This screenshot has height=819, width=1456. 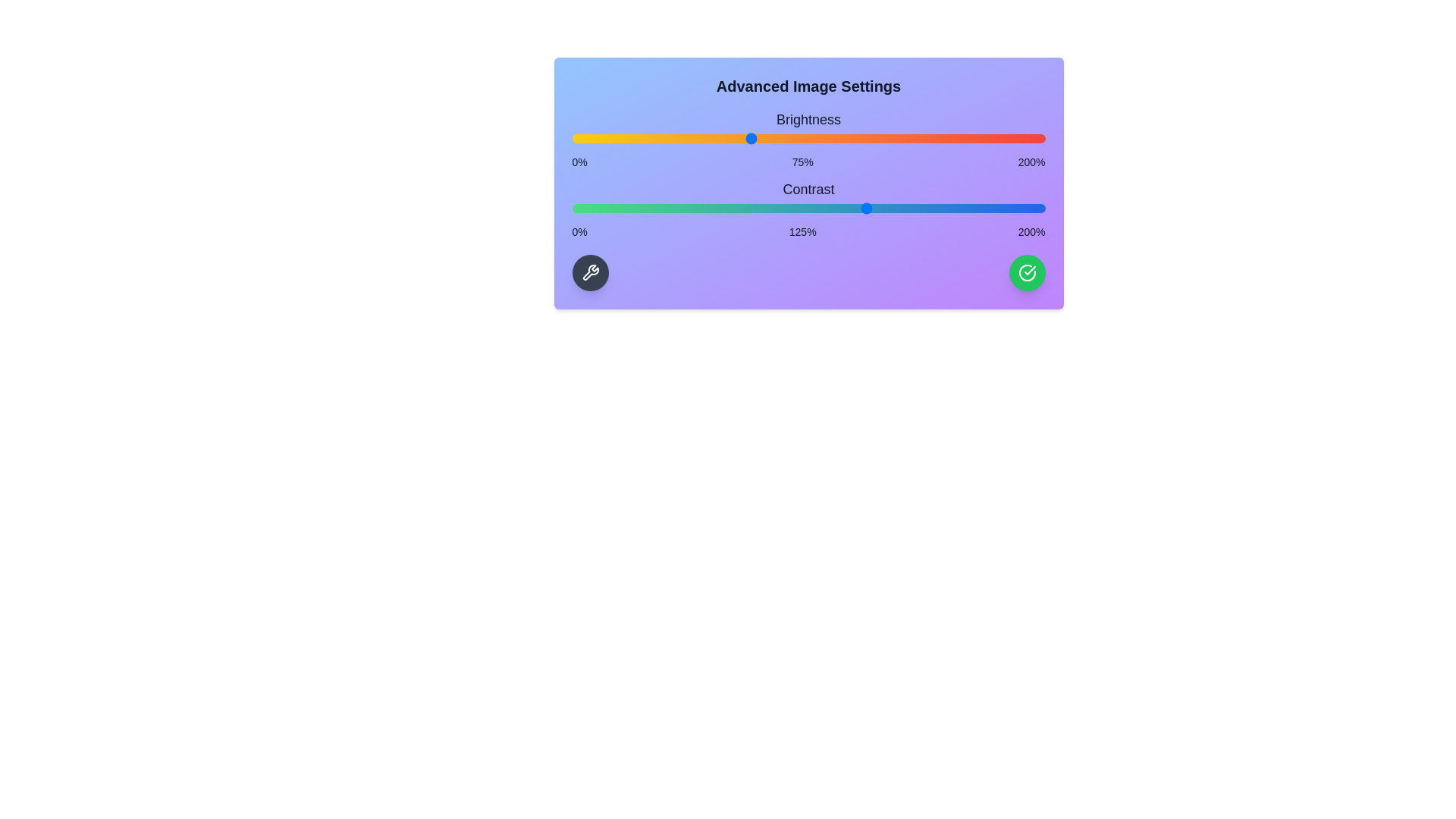 I want to click on the contrast slider to 172%, so click(x=979, y=208).